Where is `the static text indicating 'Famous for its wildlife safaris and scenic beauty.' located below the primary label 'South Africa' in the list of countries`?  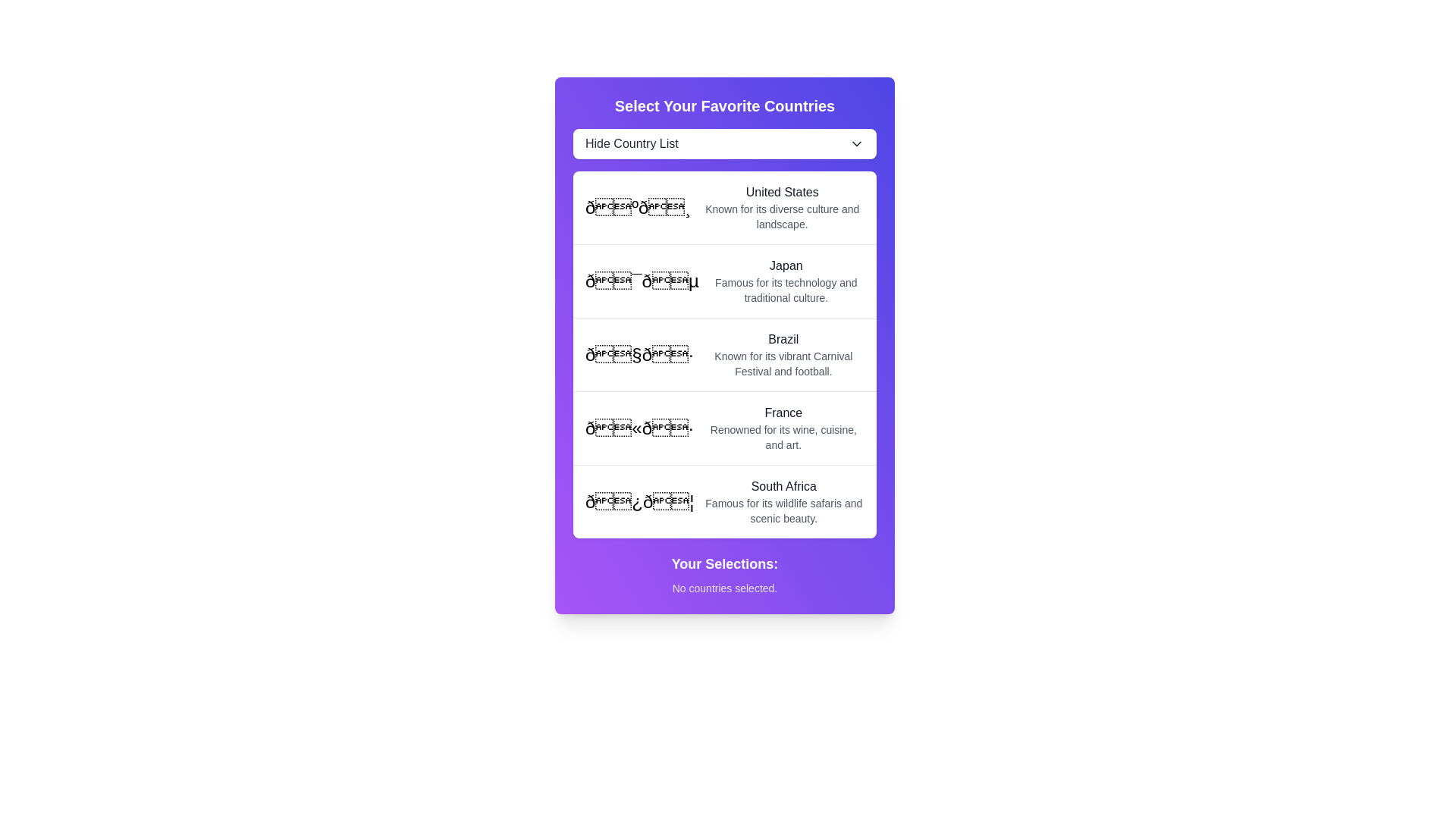 the static text indicating 'Famous for its wildlife safaris and scenic beauty.' located below the primary label 'South Africa' in the list of countries is located at coordinates (783, 511).